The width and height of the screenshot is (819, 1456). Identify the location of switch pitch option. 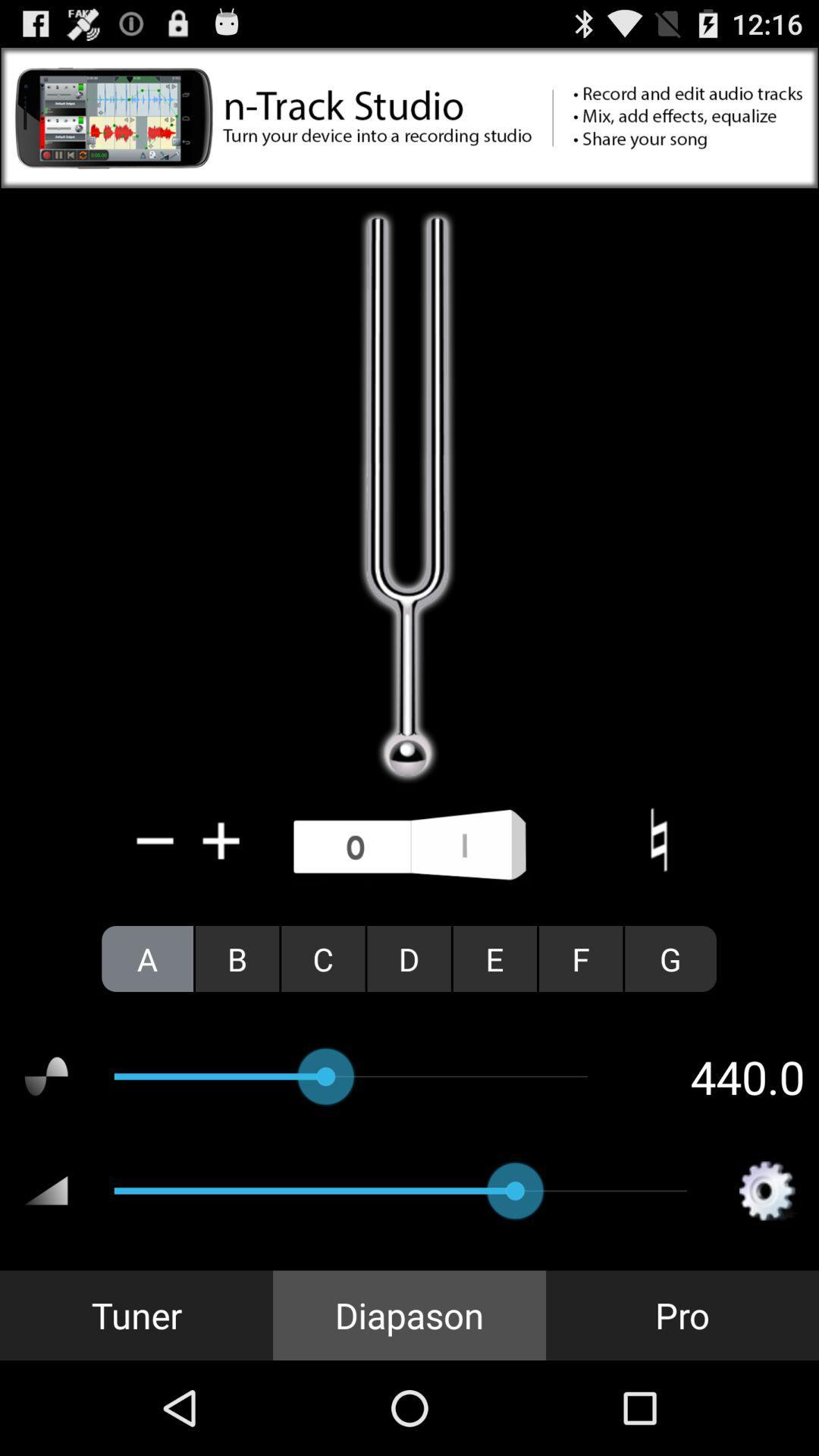
(409, 846).